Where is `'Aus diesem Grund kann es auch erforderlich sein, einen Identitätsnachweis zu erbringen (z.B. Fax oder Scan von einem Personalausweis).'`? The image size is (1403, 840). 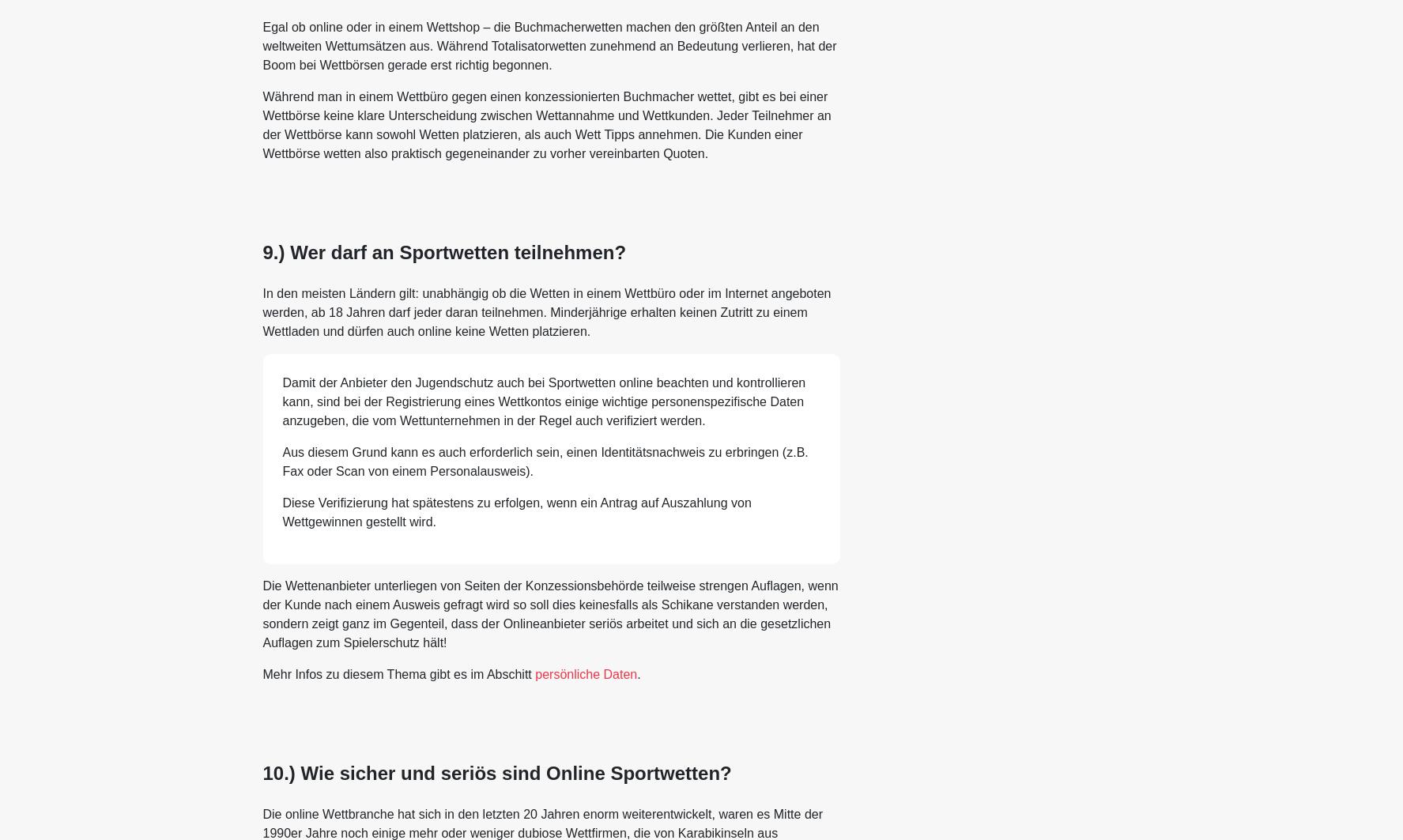
'Aus diesem Grund kann es auch erforderlich sein, einen Identitätsnachweis zu erbringen (z.B. Fax oder Scan von einem Personalausweis).' is located at coordinates (281, 460).